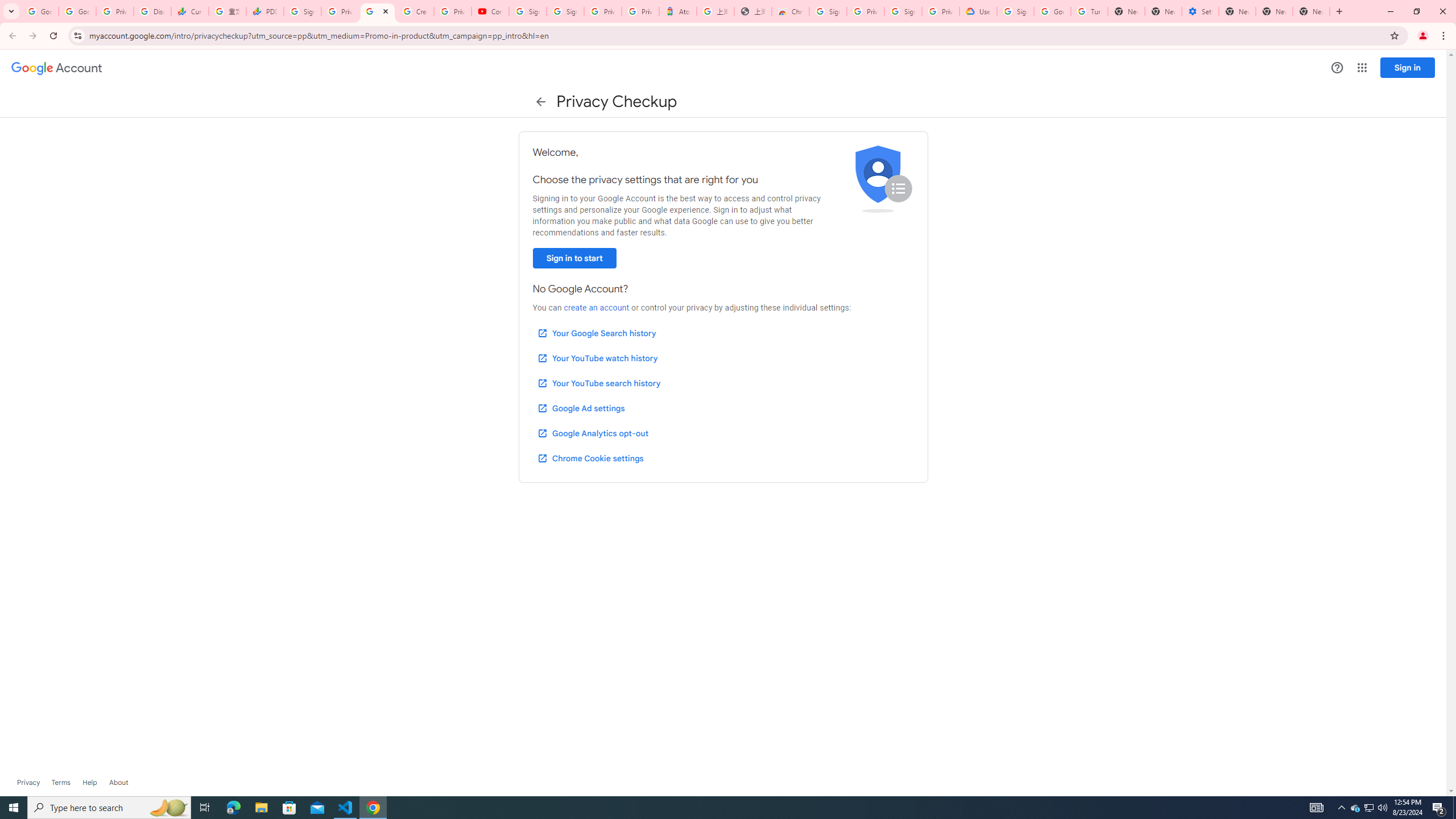 Image resolution: width=1456 pixels, height=819 pixels. What do you see at coordinates (735, 35) in the screenshot?
I see `'Address and search bar'` at bounding box center [735, 35].